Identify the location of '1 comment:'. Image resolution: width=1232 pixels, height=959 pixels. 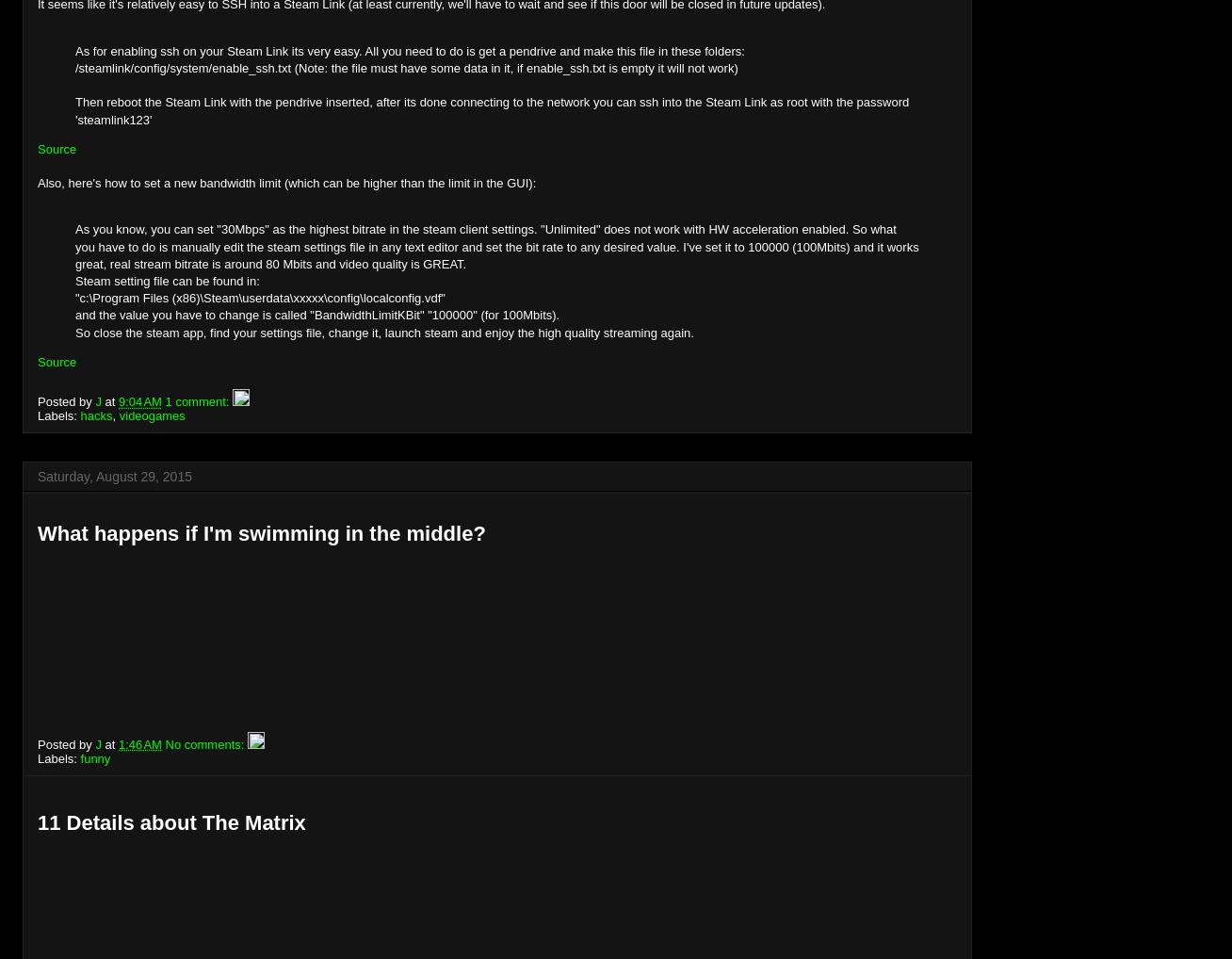
(198, 400).